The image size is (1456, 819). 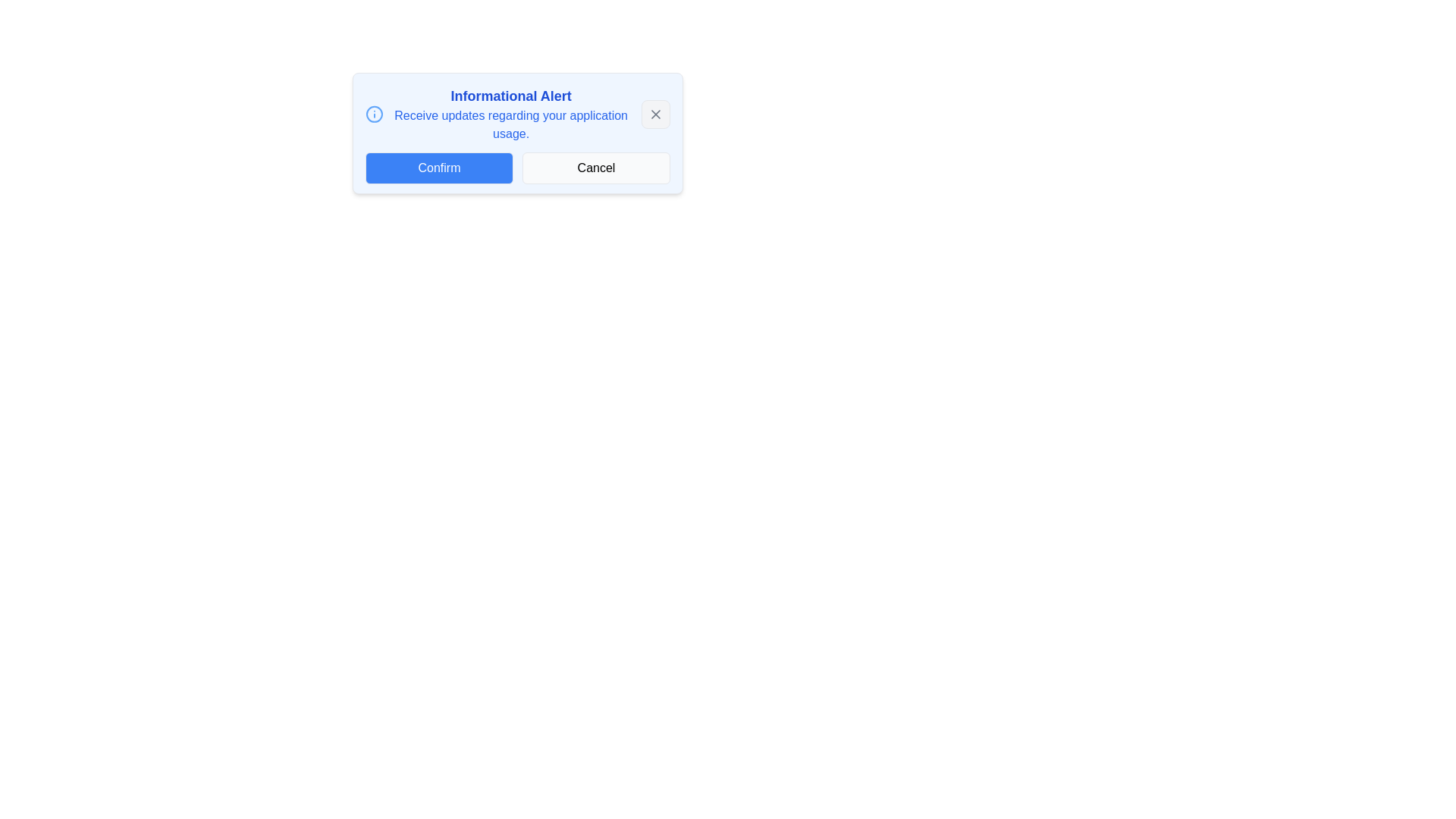 I want to click on the decorative circle within the informational alert icon located to the left of the title 'Informational Alert' in the modal dialog box, so click(x=375, y=113).